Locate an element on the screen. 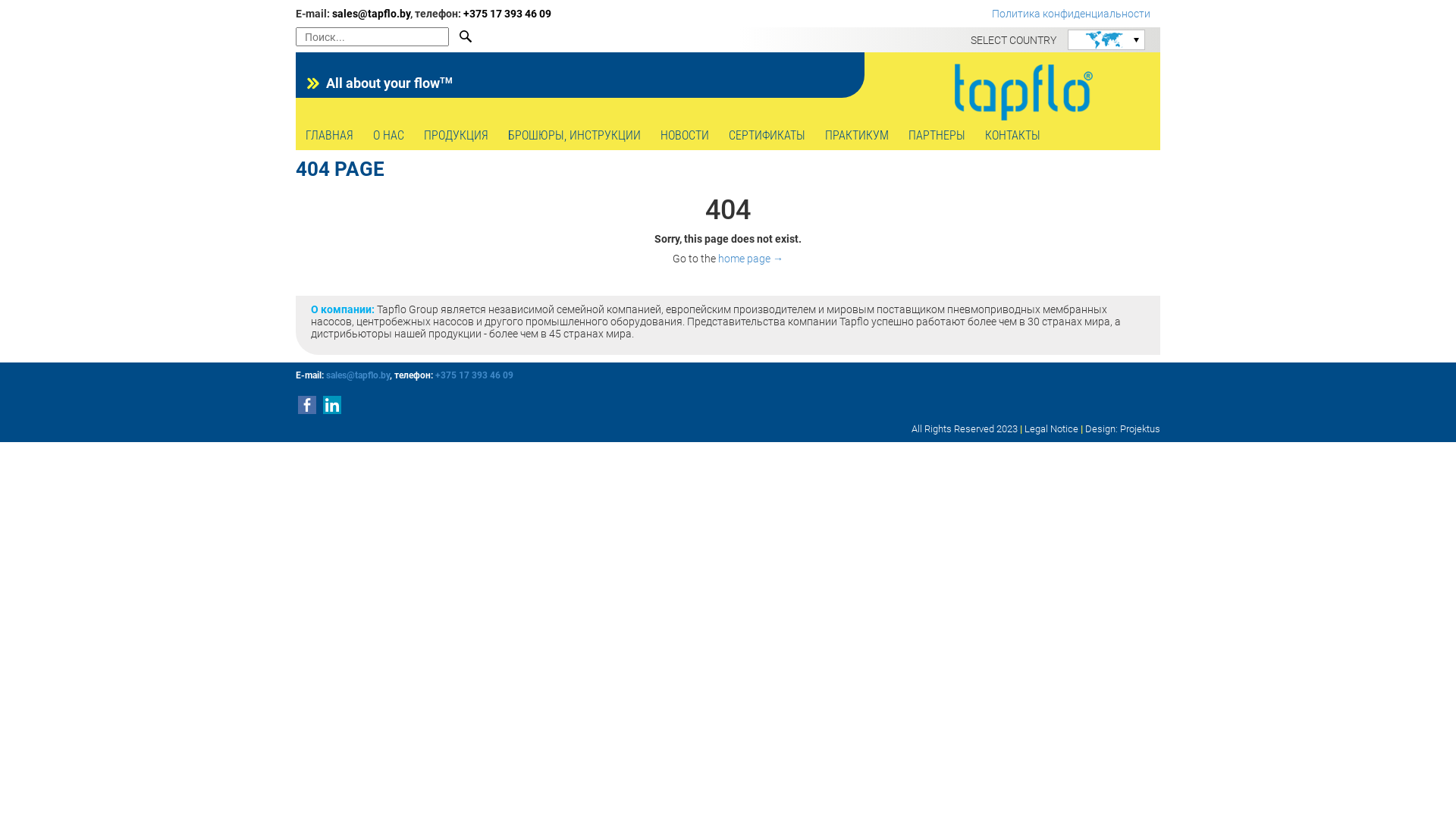 The image size is (1456, 819). 'Search' is located at coordinates (454, 36).